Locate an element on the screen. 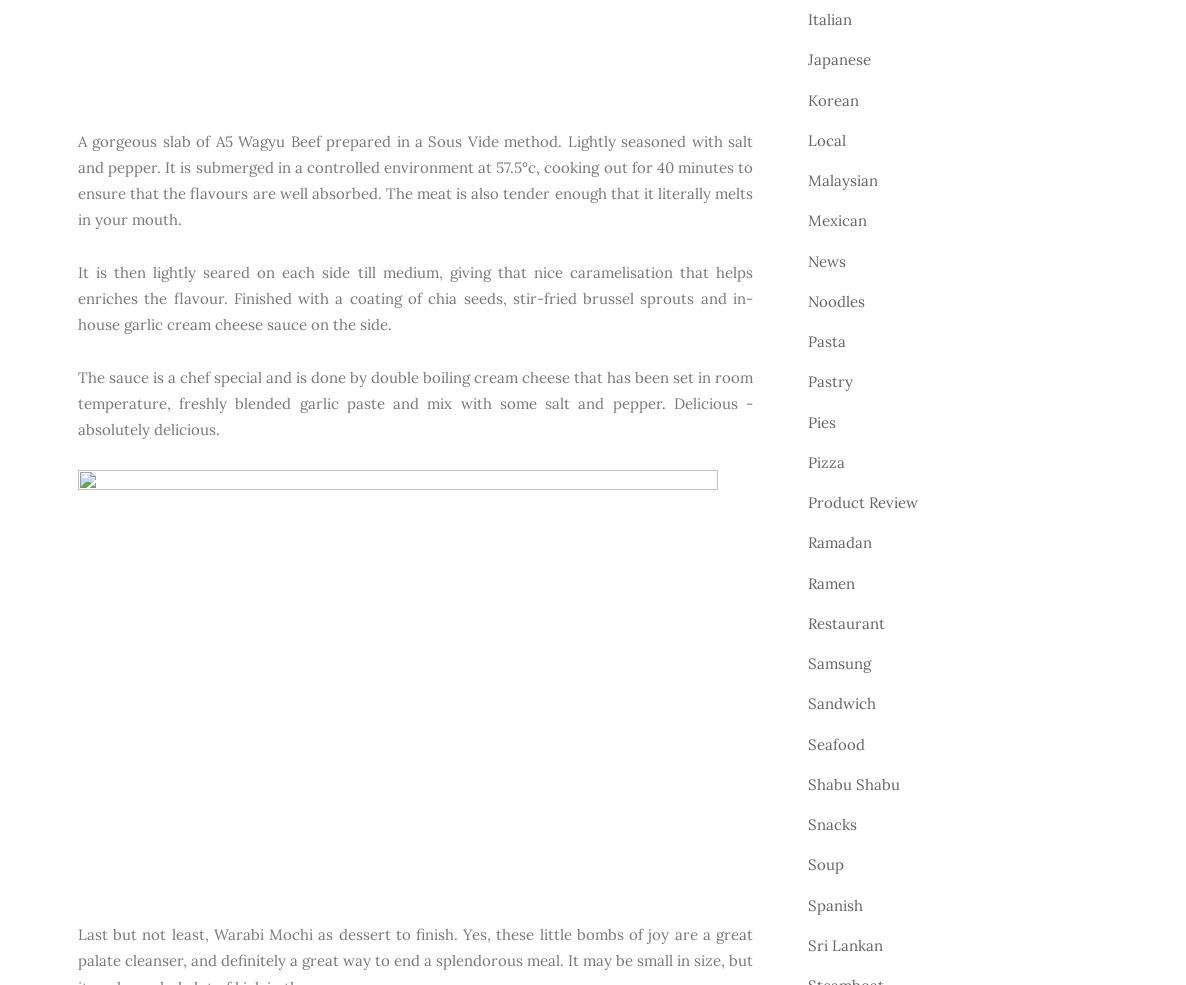 This screenshot has height=985, width=1186. 'Seafood' is located at coordinates (835, 743).